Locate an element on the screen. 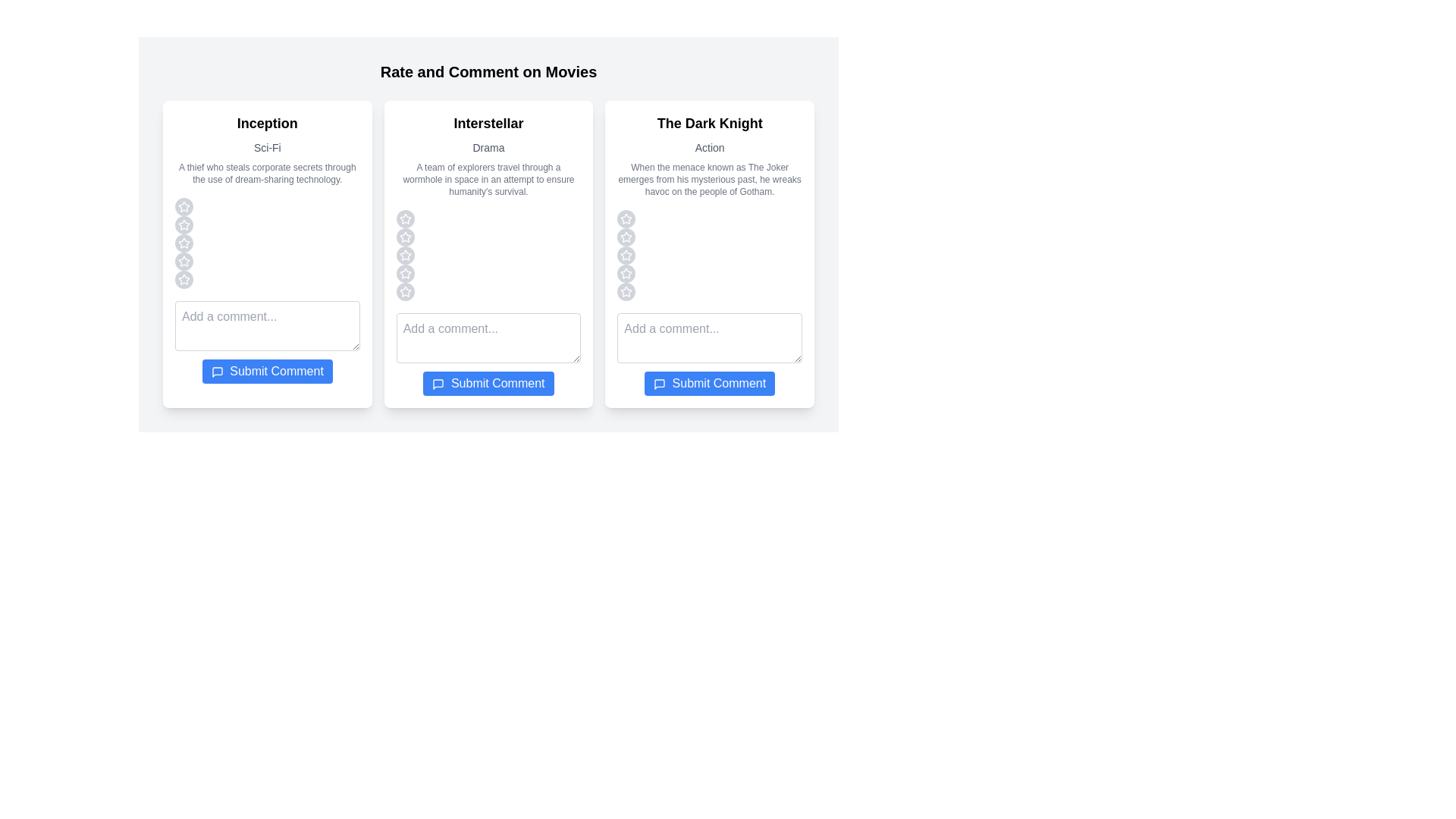 The image size is (1456, 819). the synopsis and genre of the movie Inception is located at coordinates (267, 172).